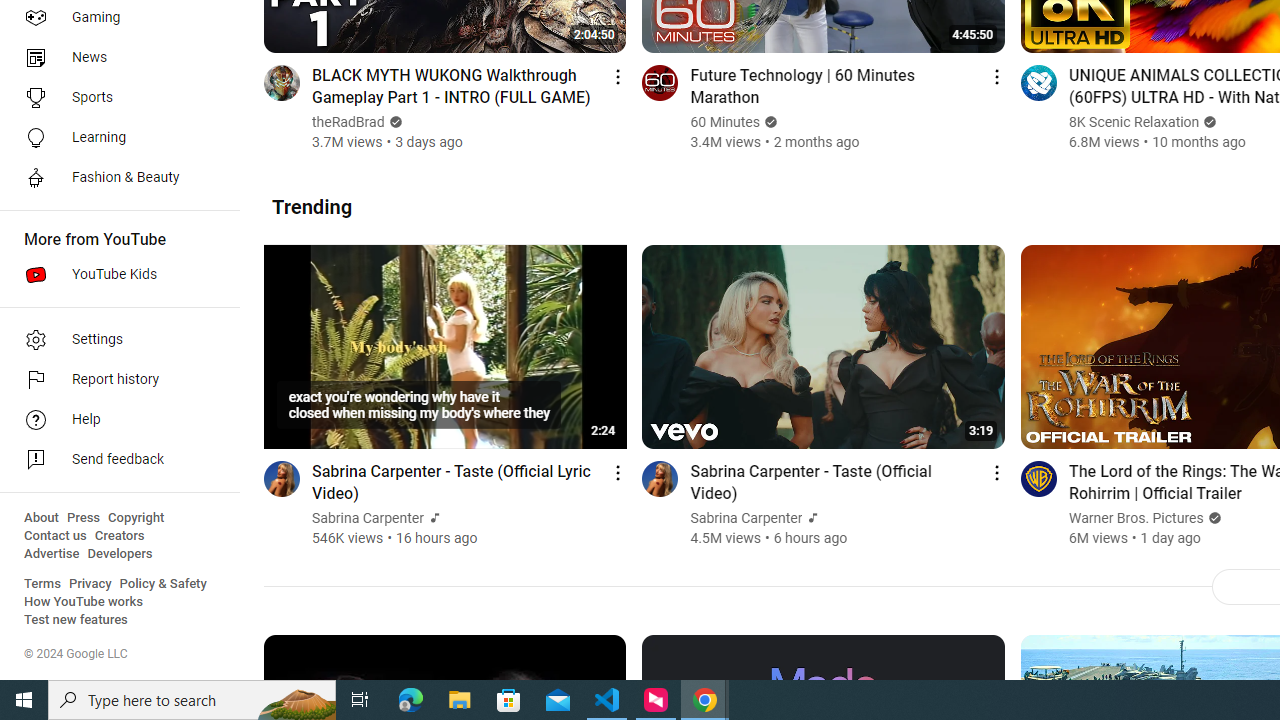  What do you see at coordinates (119, 554) in the screenshot?
I see `'Developers'` at bounding box center [119, 554].